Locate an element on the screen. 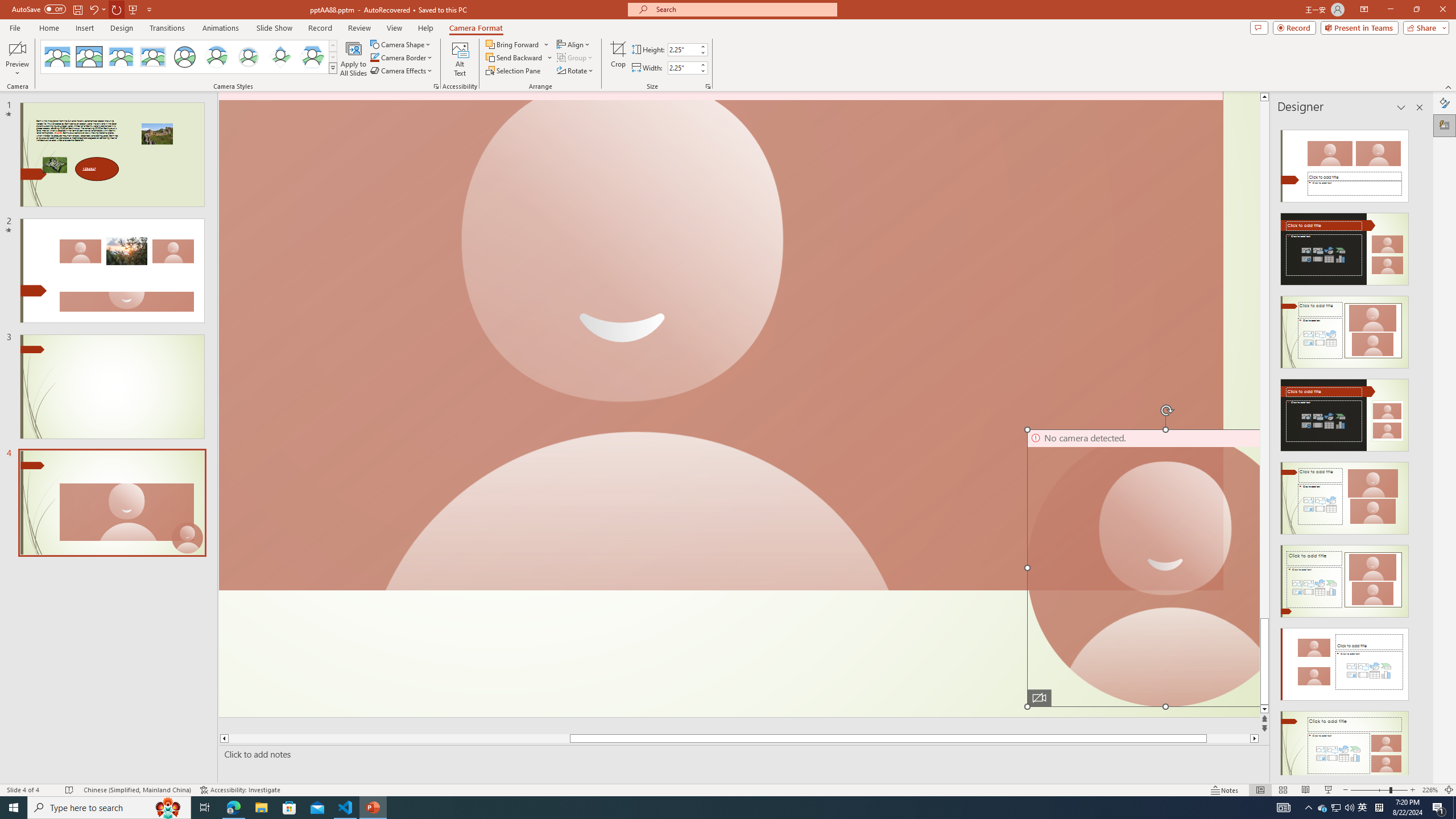 Image resolution: width=1456 pixels, height=819 pixels. 'Center Shadow Diamond' is located at coordinates (280, 56).